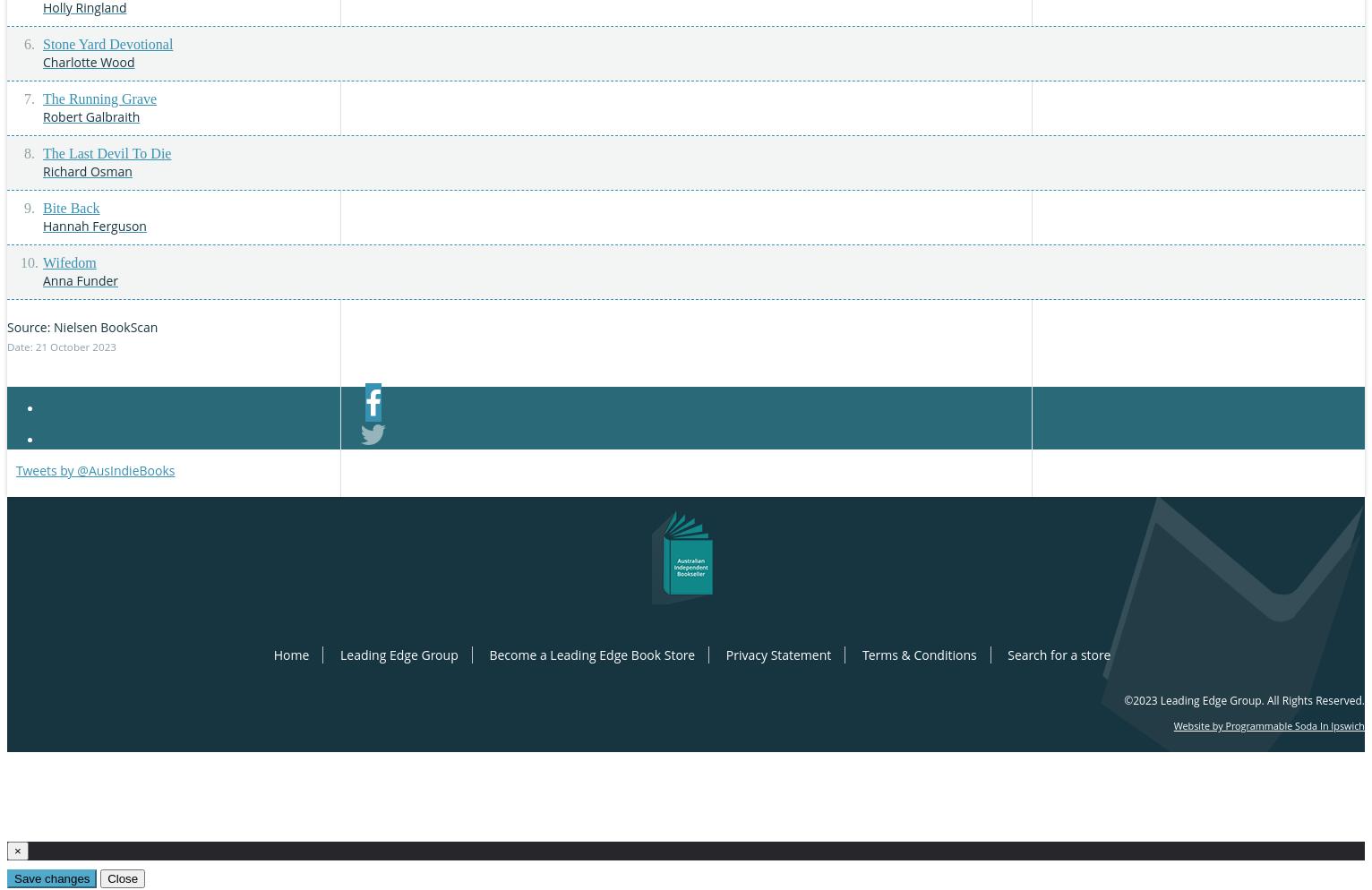  Describe the element at coordinates (86, 169) in the screenshot. I see `'Richard Osman'` at that location.